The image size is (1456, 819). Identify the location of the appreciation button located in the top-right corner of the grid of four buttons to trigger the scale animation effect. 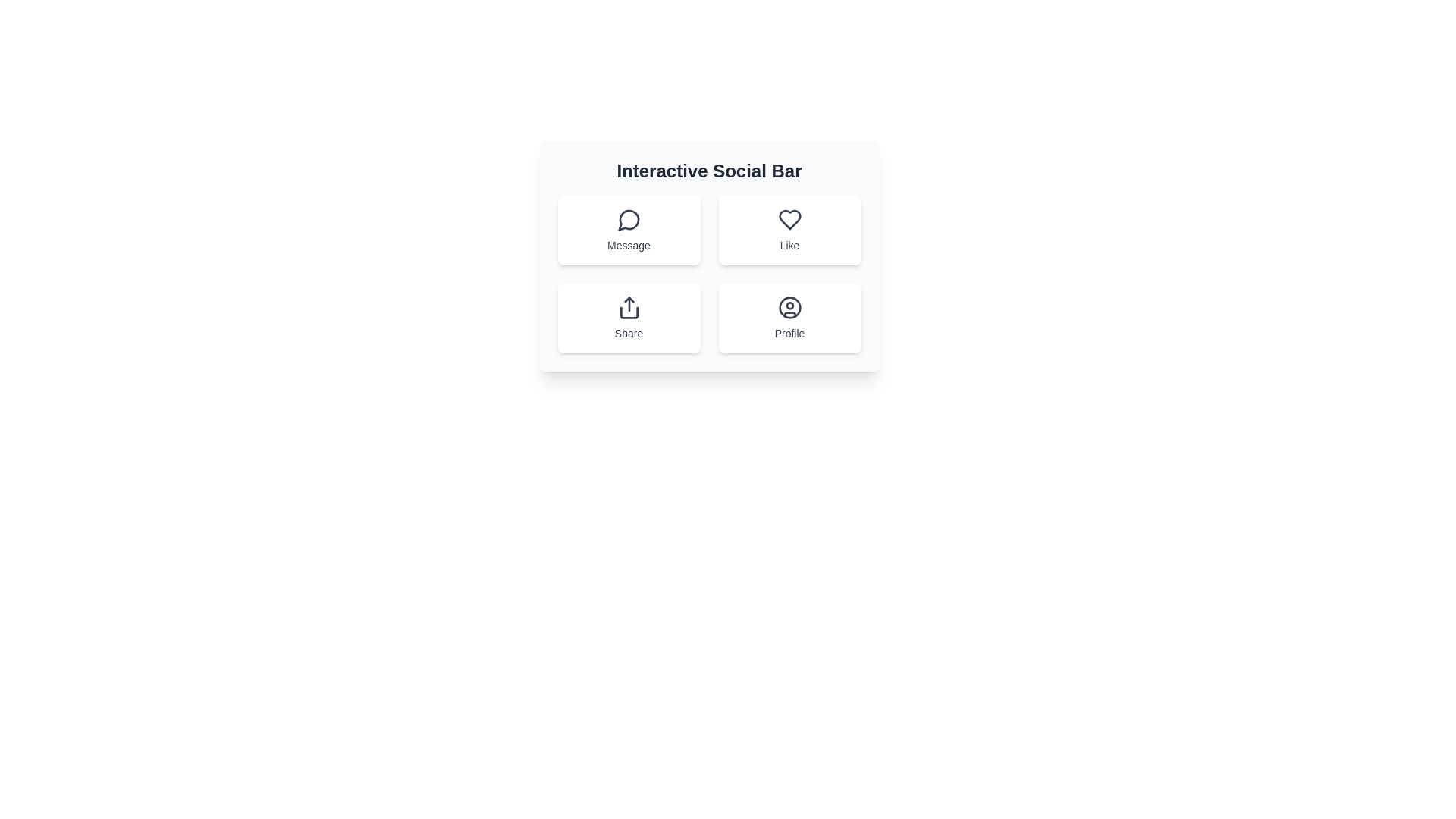
(789, 231).